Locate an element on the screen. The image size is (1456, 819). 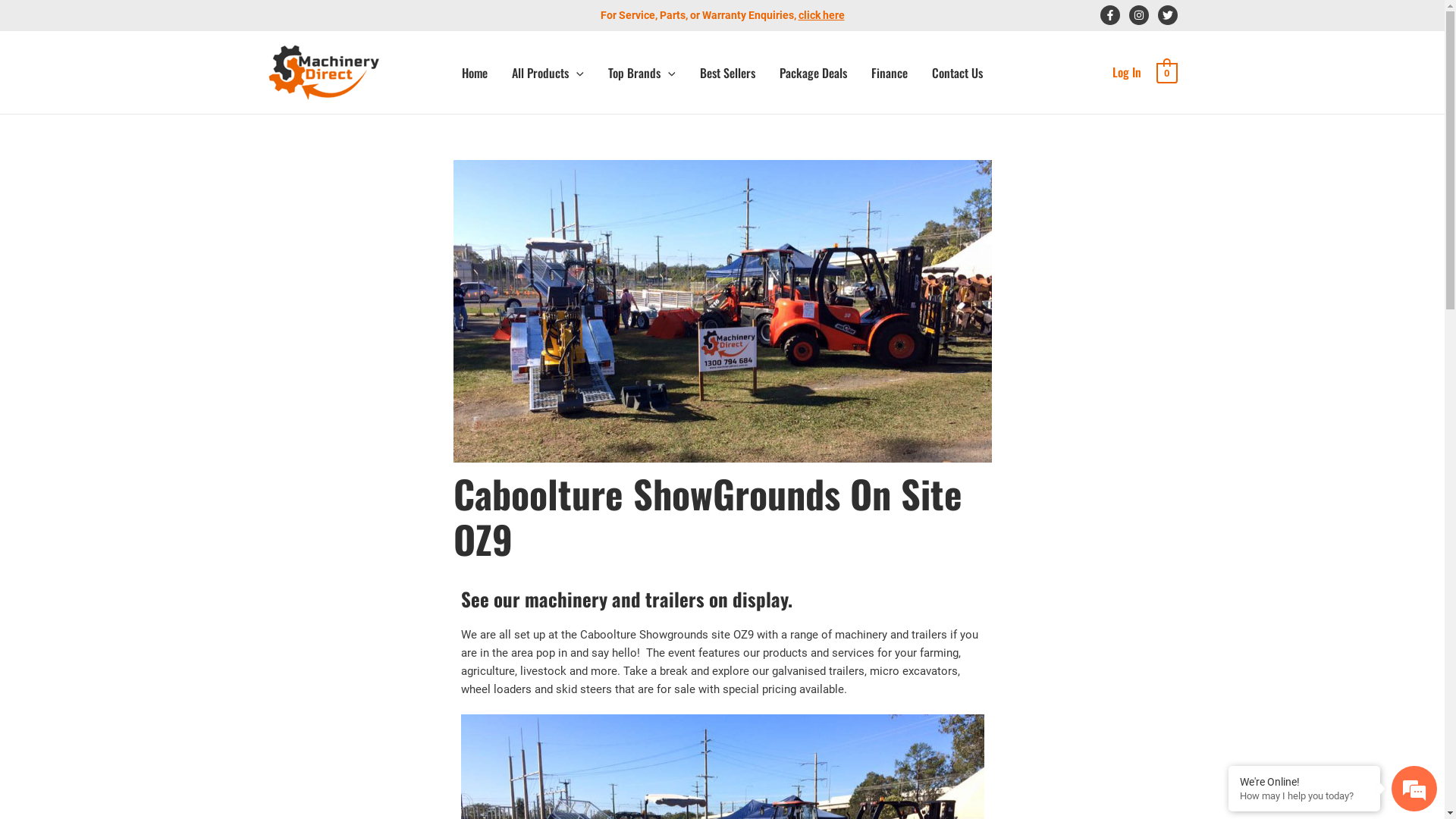
'Top Brands' is located at coordinates (642, 73).